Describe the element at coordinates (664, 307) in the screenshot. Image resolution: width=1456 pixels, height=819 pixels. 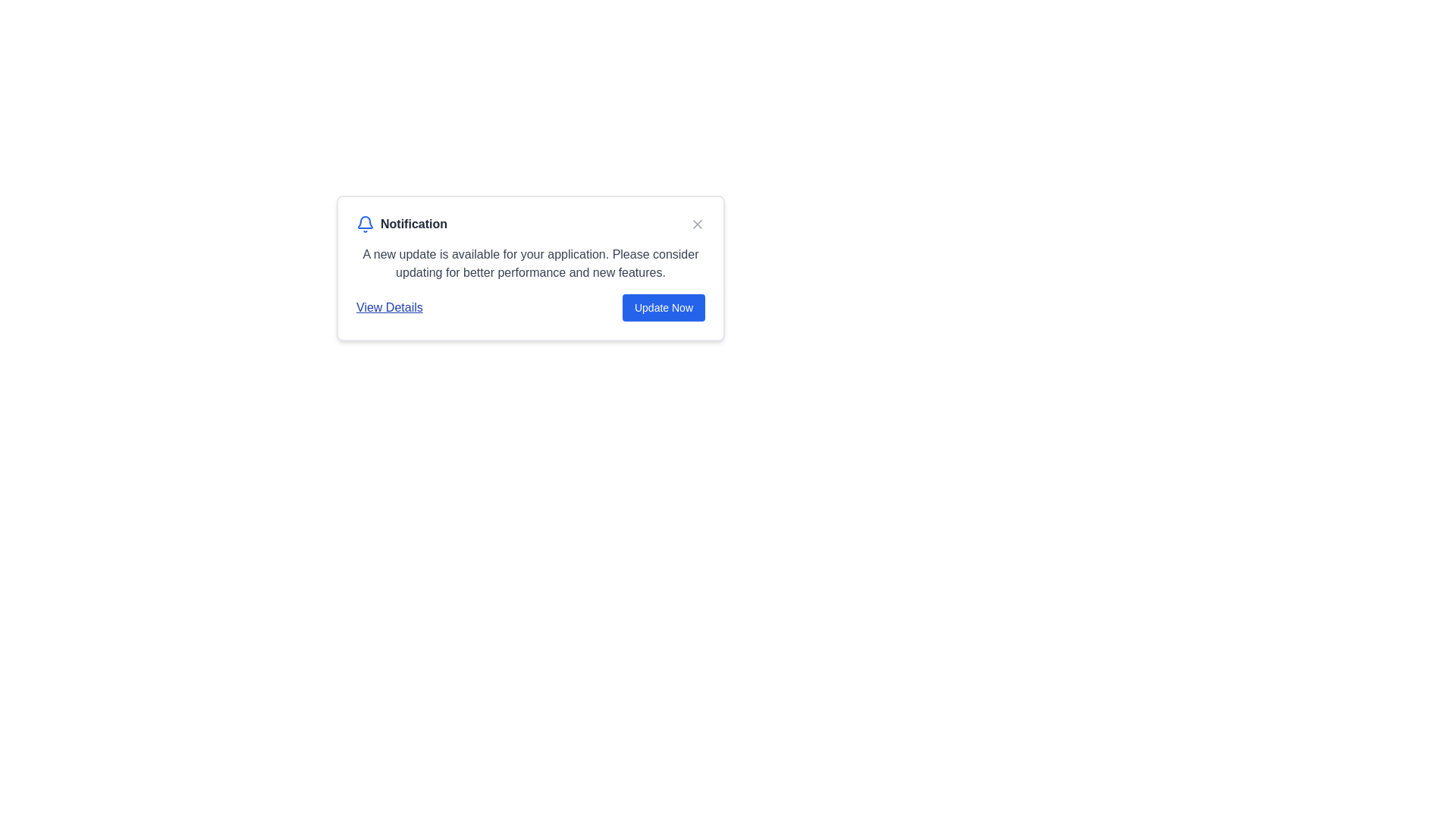
I see `the rectangular blue button labeled 'Update Now' located at the bottom-right corner of the notification box to change its shade` at that location.